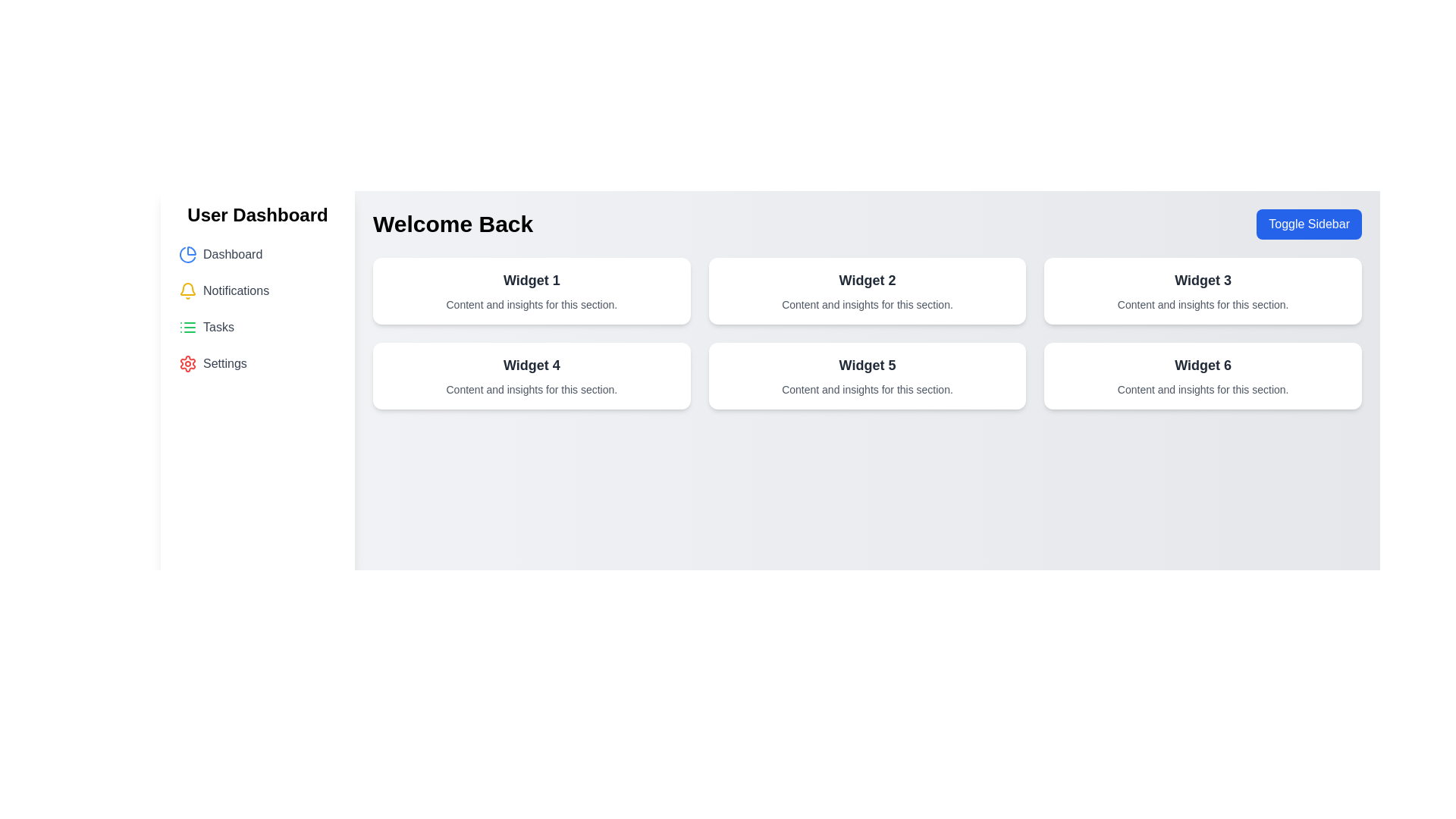  Describe the element at coordinates (1308, 224) in the screenshot. I see `the button located at the top-right corner of the main content area, adjacent to the 'Welcome Back' heading` at that location.